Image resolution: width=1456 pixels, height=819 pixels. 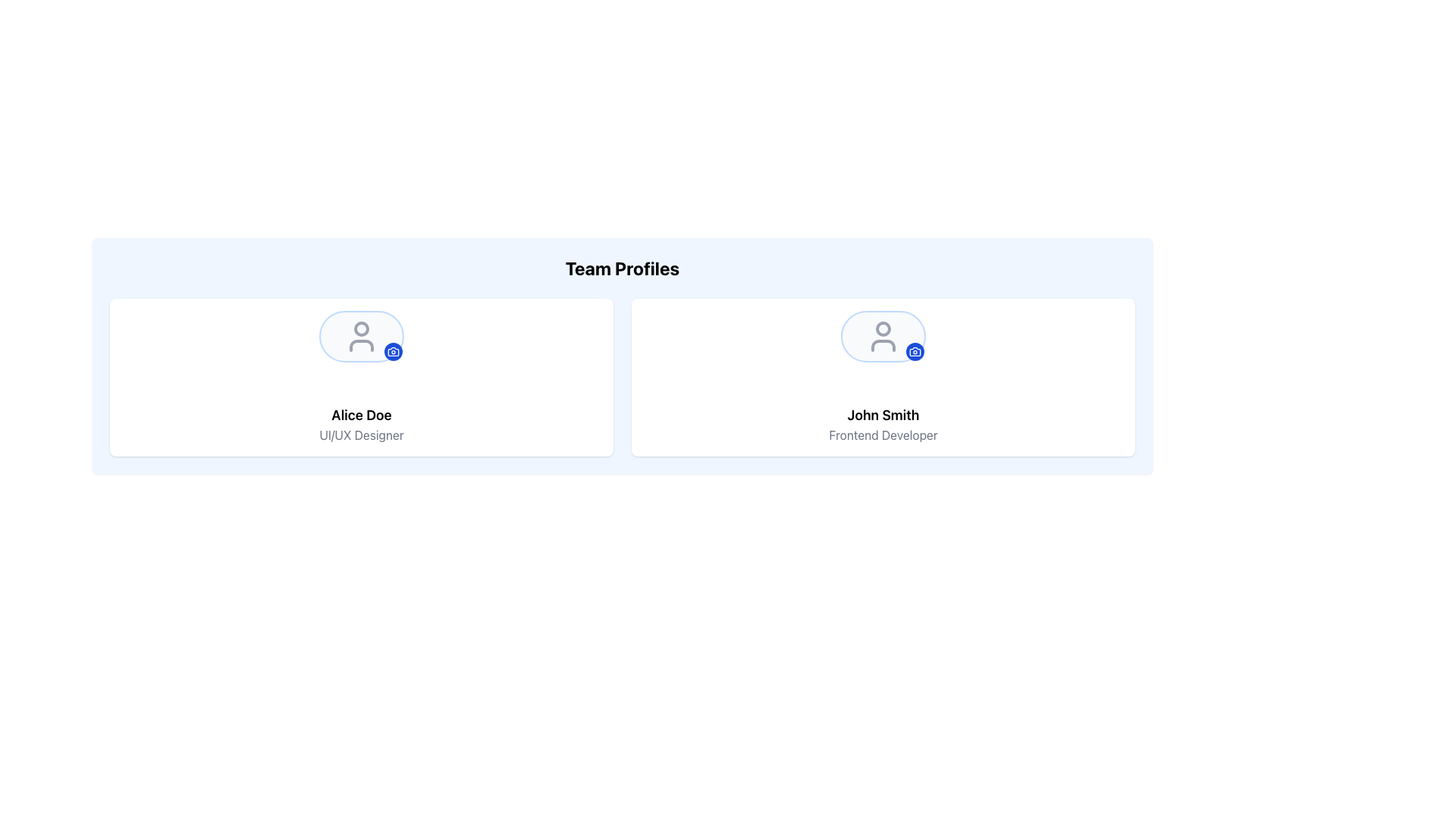 What do you see at coordinates (360, 353) in the screenshot?
I see `the image icon representing the profile avatar of user 'Alice Doe'` at bounding box center [360, 353].